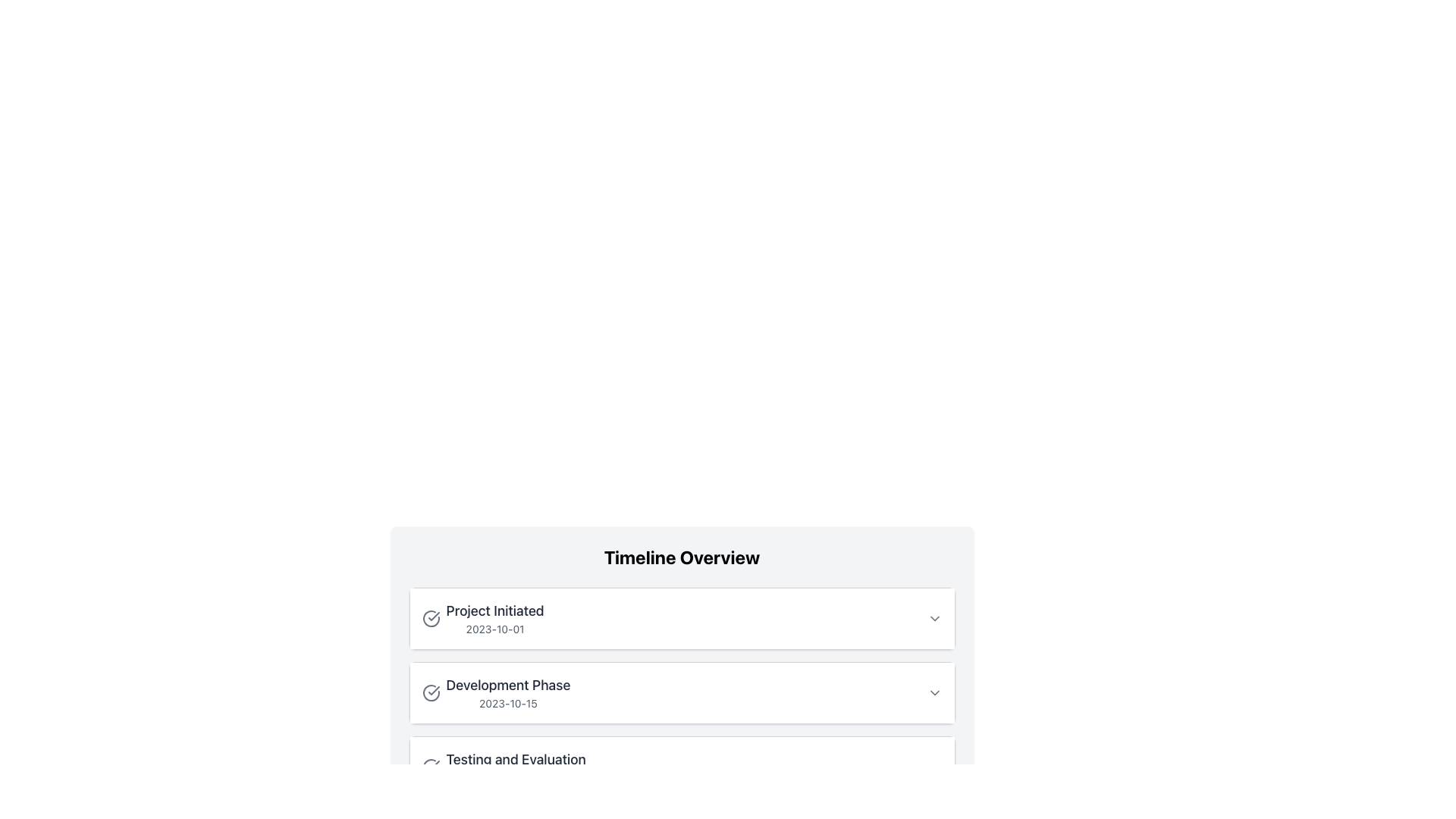 The image size is (1456, 819). Describe the element at coordinates (508, 693) in the screenshot. I see `the 'Development Phase' text field, which is the second item in the timeline overview and is located below 'Project Initiated'` at that location.